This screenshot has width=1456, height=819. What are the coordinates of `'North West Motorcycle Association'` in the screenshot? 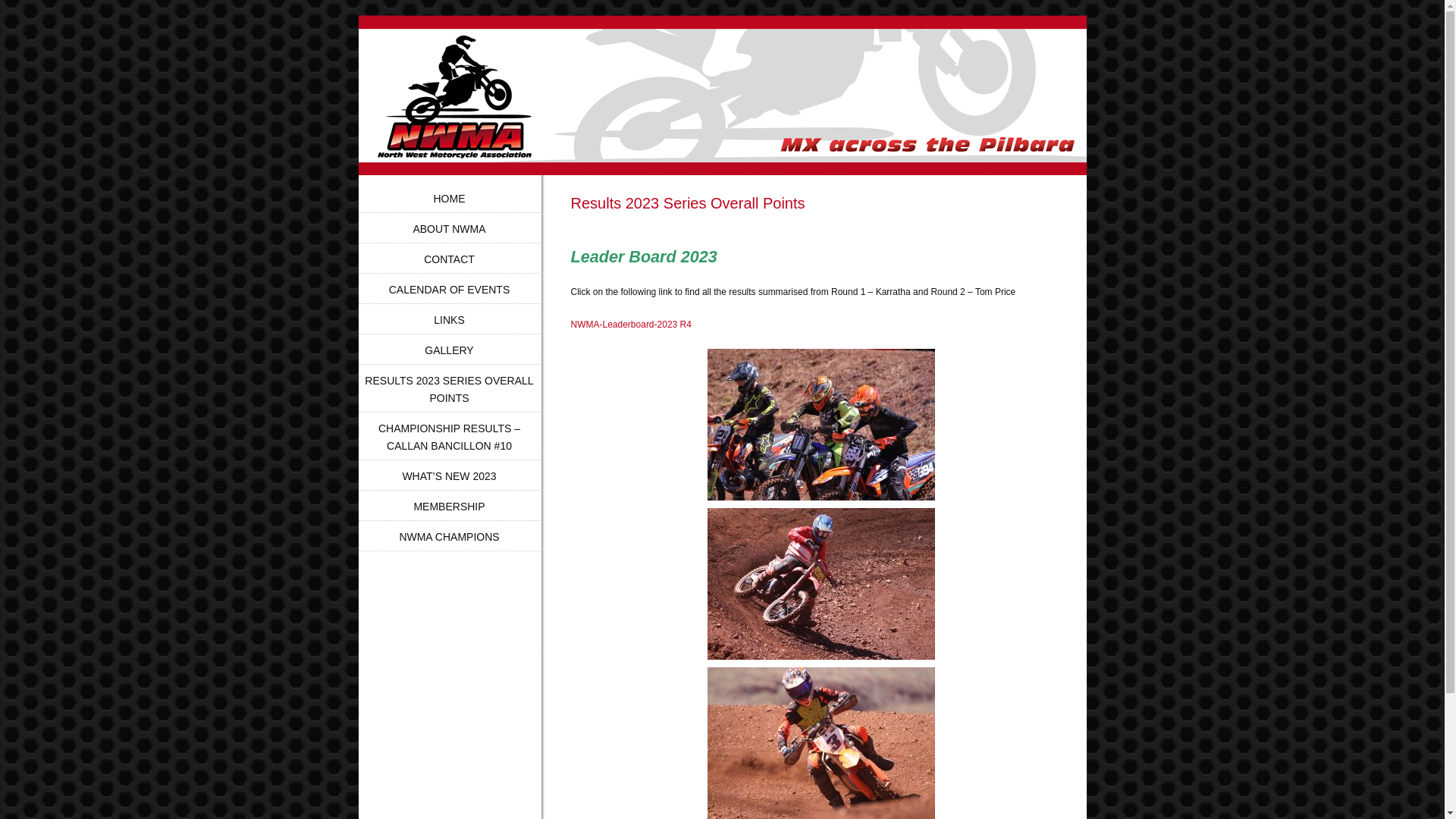 It's located at (492, 104).